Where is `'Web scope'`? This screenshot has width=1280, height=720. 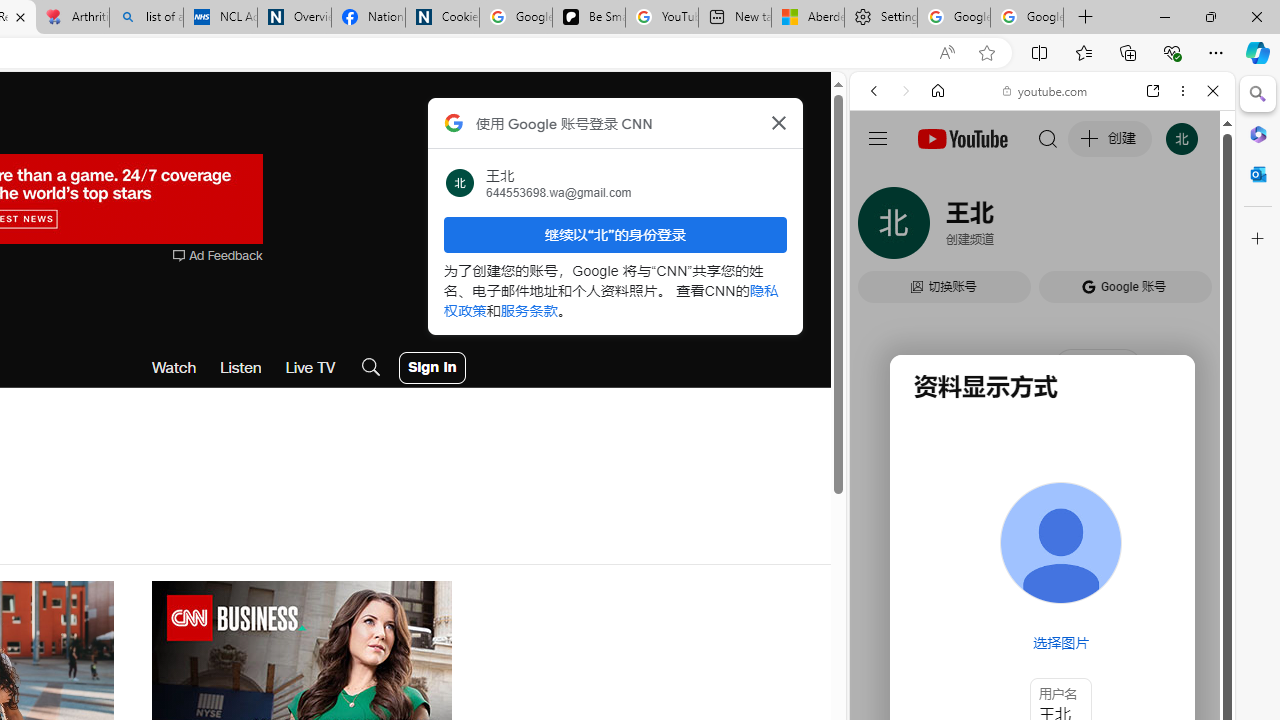 'Web scope' is located at coordinates (881, 180).